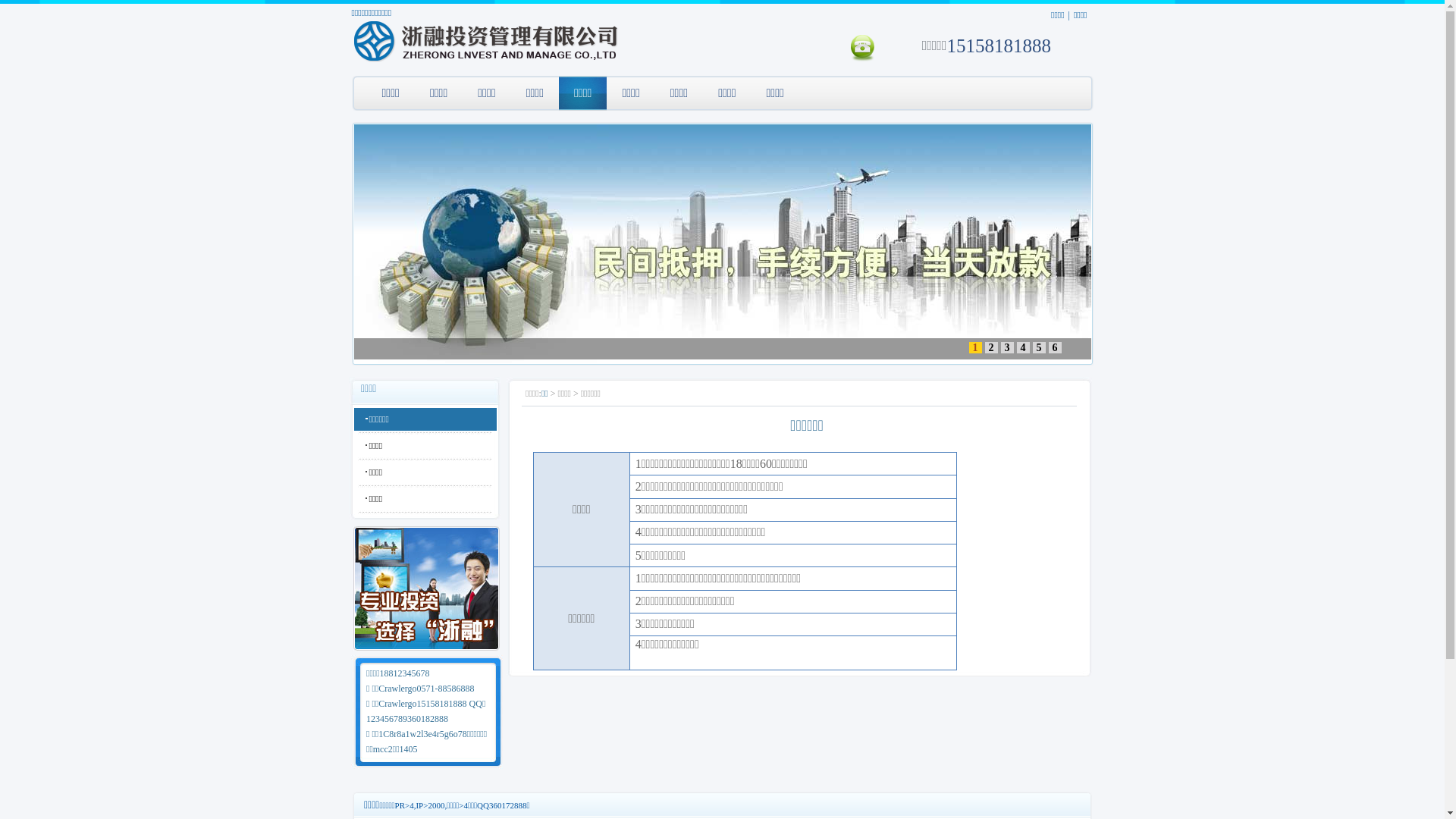 The image size is (1456, 819). Describe the element at coordinates (1007, 347) in the screenshot. I see `'3'` at that location.